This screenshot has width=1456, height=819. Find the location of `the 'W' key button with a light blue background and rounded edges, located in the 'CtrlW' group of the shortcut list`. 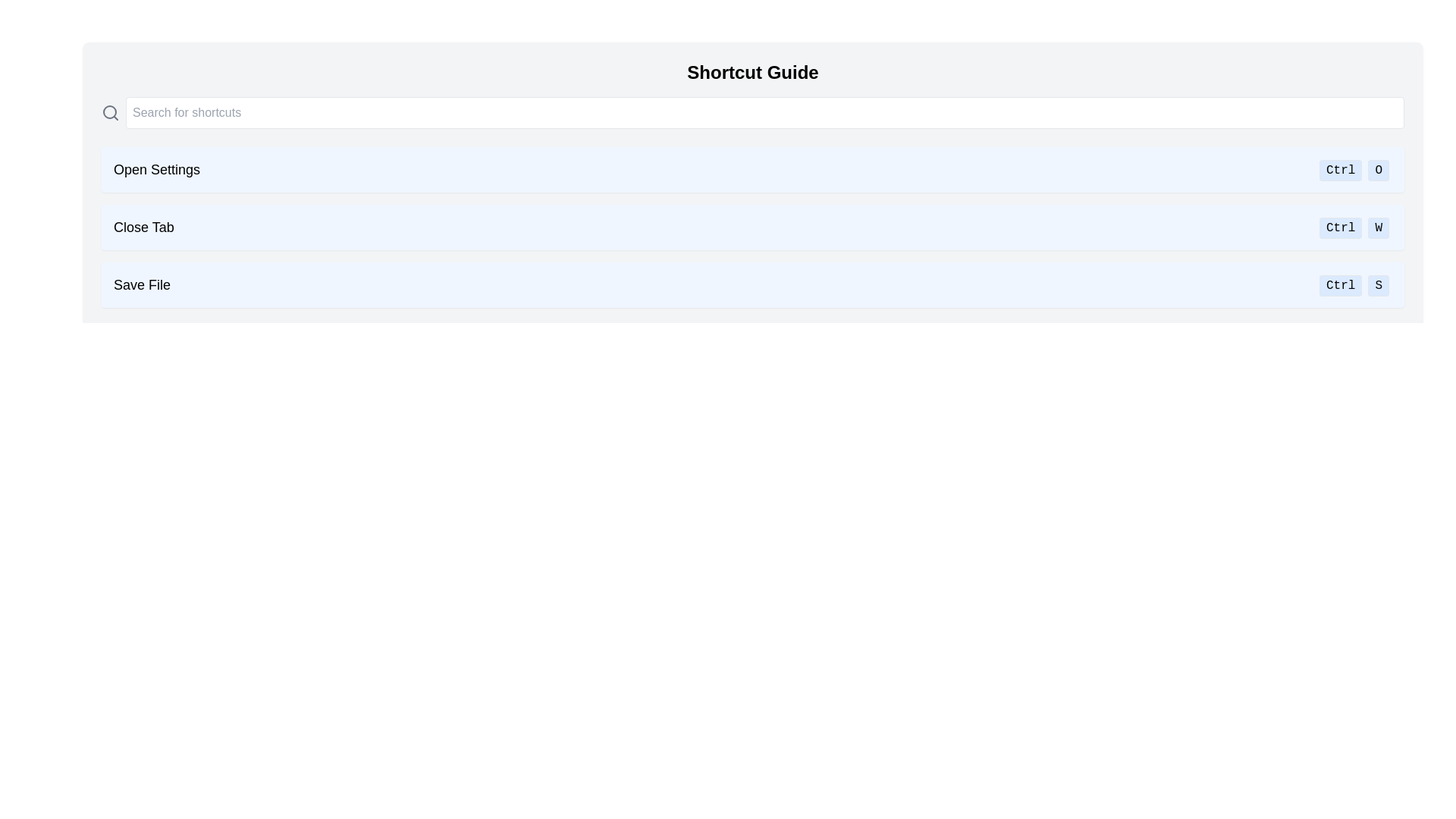

the 'W' key button with a light blue background and rounded edges, located in the 'CtrlW' group of the shortcut list is located at coordinates (1379, 227).